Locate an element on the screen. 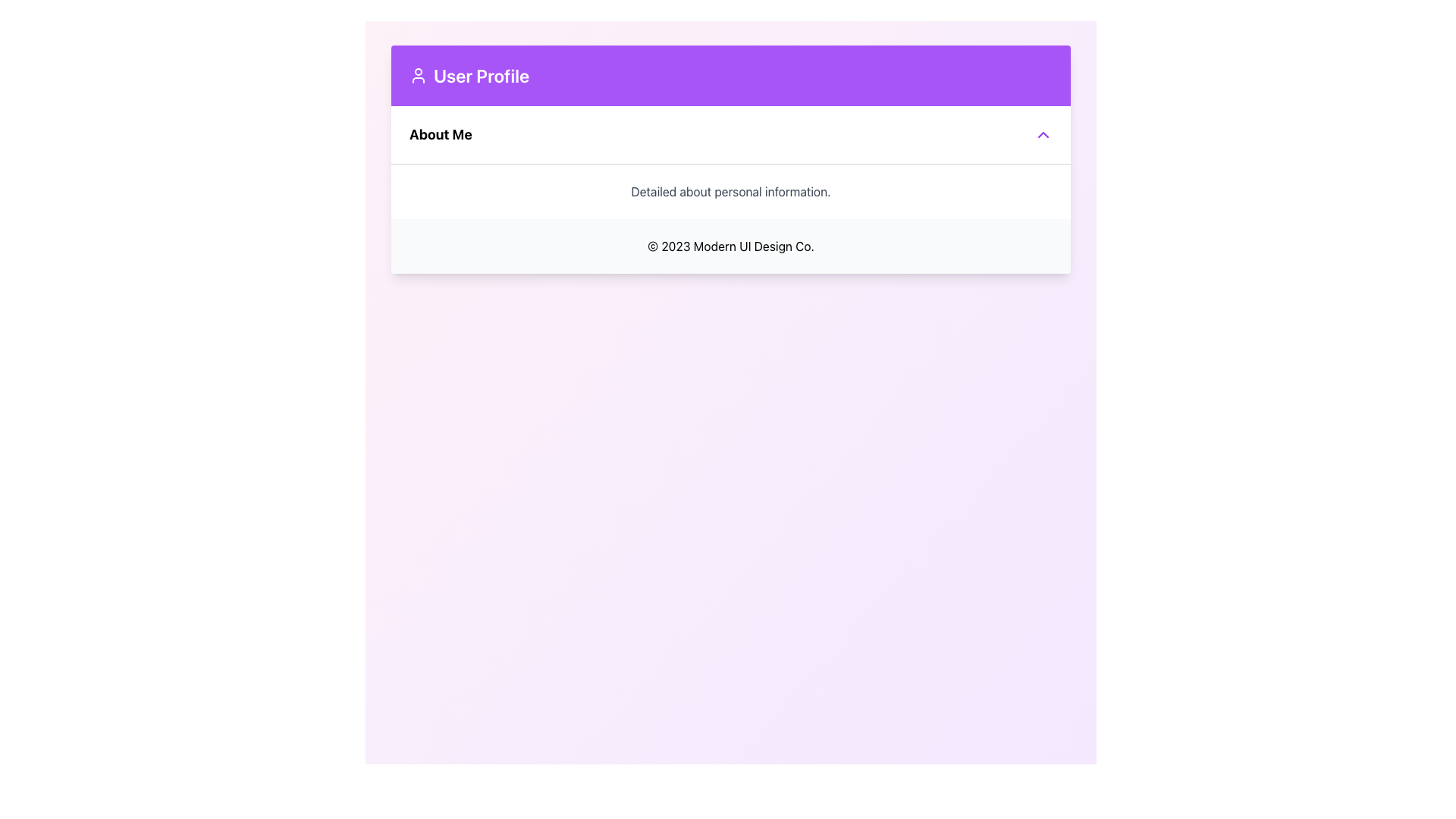 The width and height of the screenshot is (1456, 819). the informational text located beneath the 'About Me' header, which provides additional information related to the user's profile section is located at coordinates (731, 190).